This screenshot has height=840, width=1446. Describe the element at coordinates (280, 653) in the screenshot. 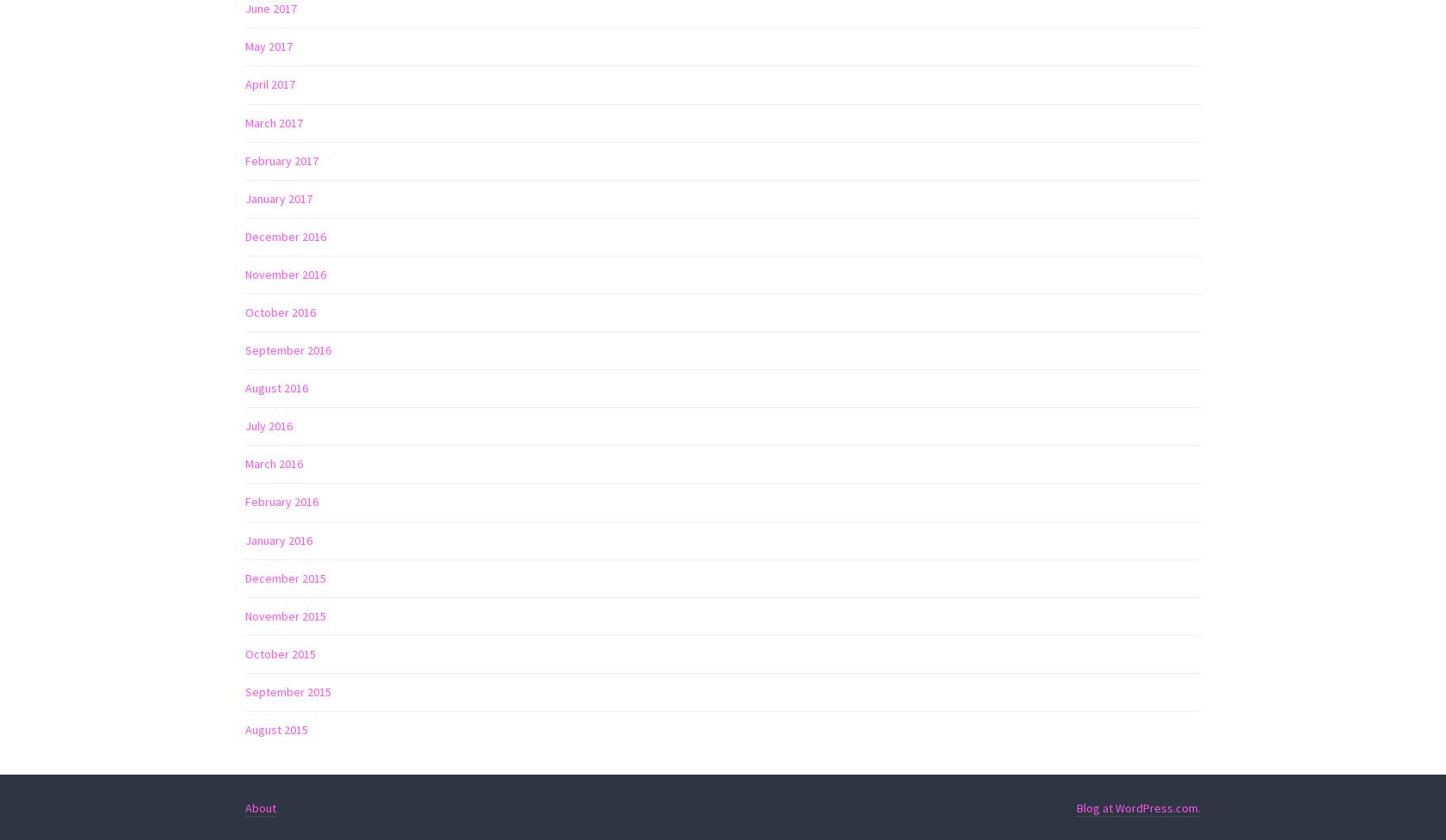

I see `'October 2015'` at that location.